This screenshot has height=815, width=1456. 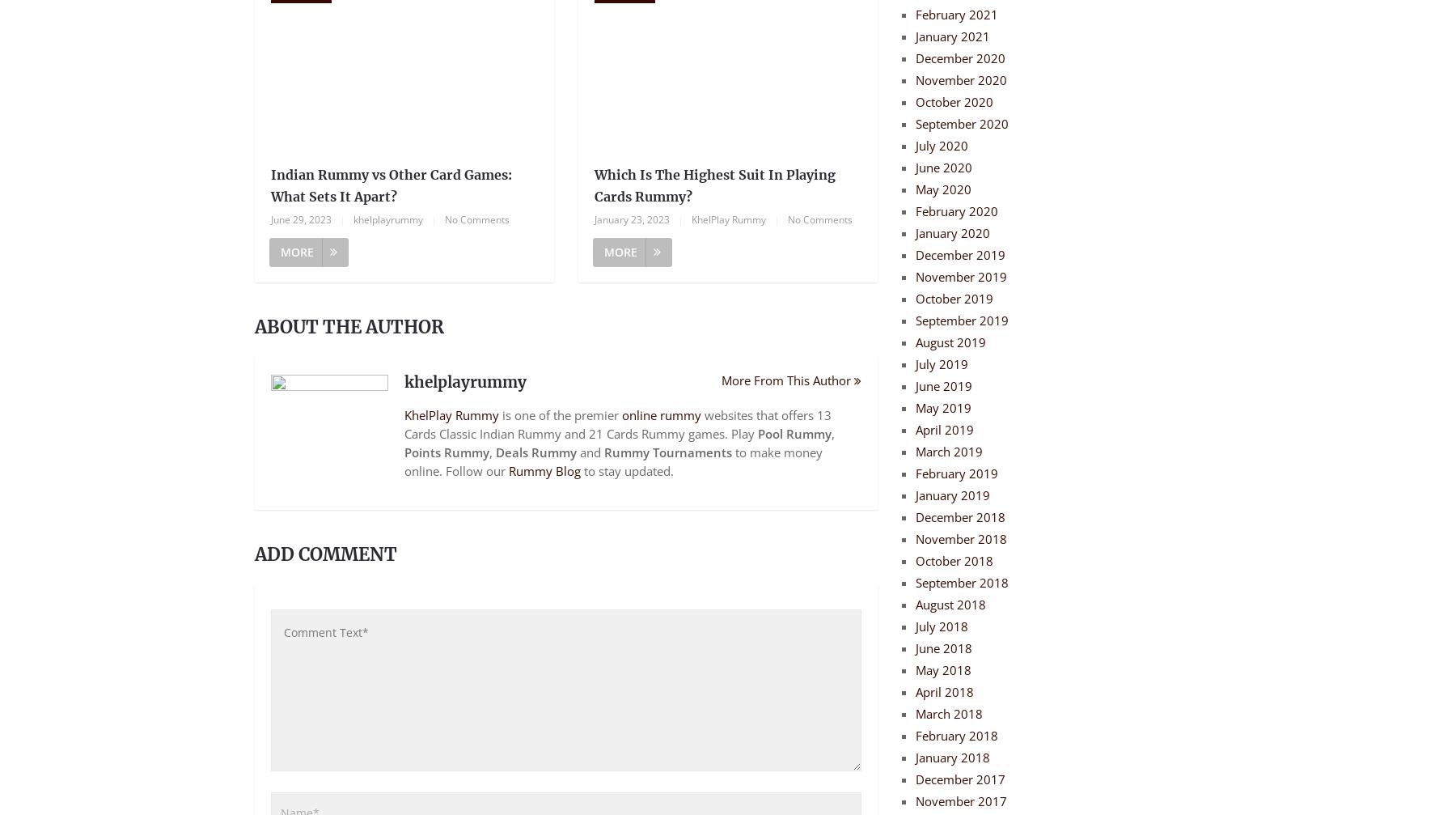 What do you see at coordinates (626, 470) in the screenshot?
I see `'to stay updated.'` at bounding box center [626, 470].